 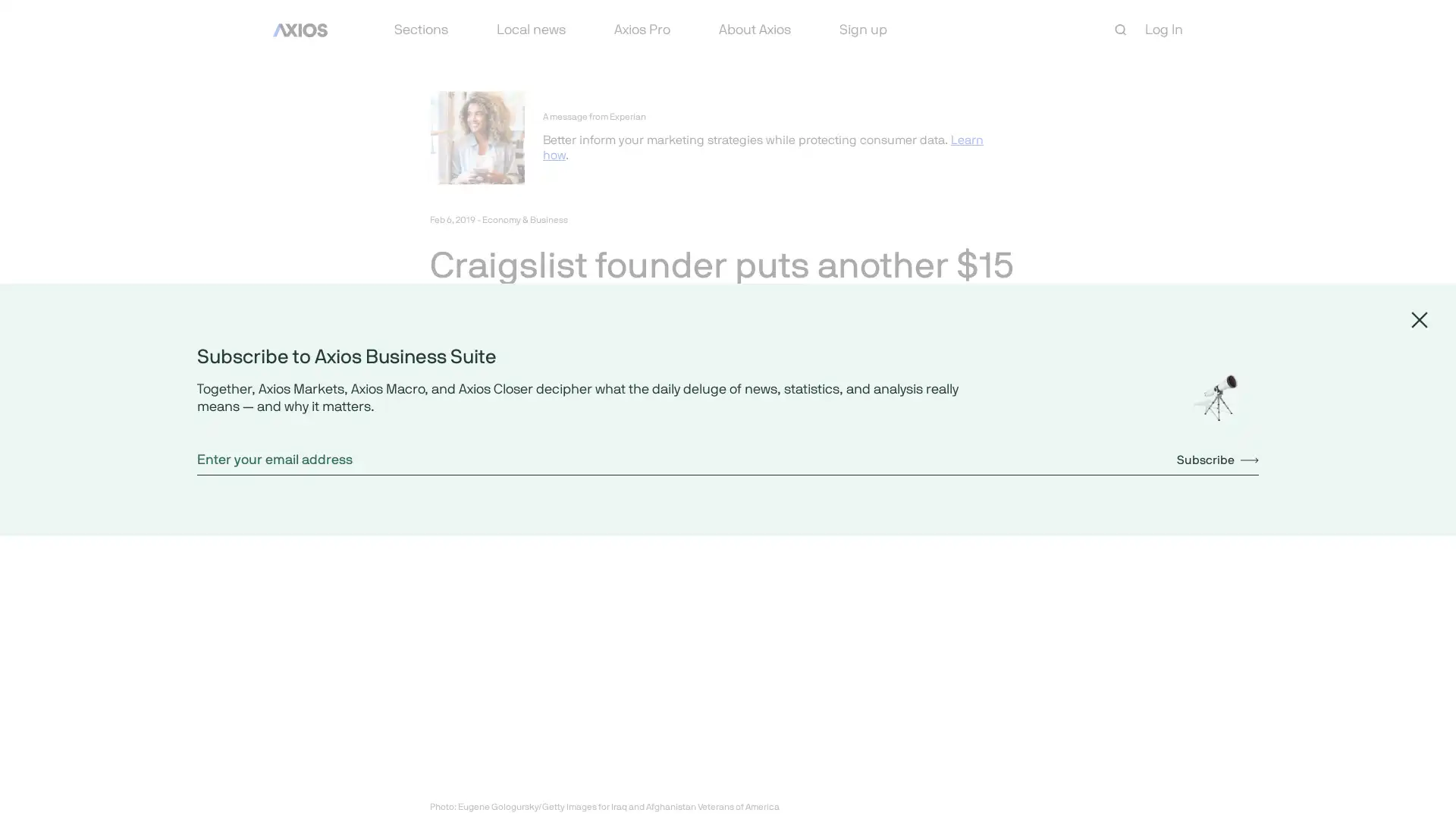 I want to click on email, so click(x=549, y=412).